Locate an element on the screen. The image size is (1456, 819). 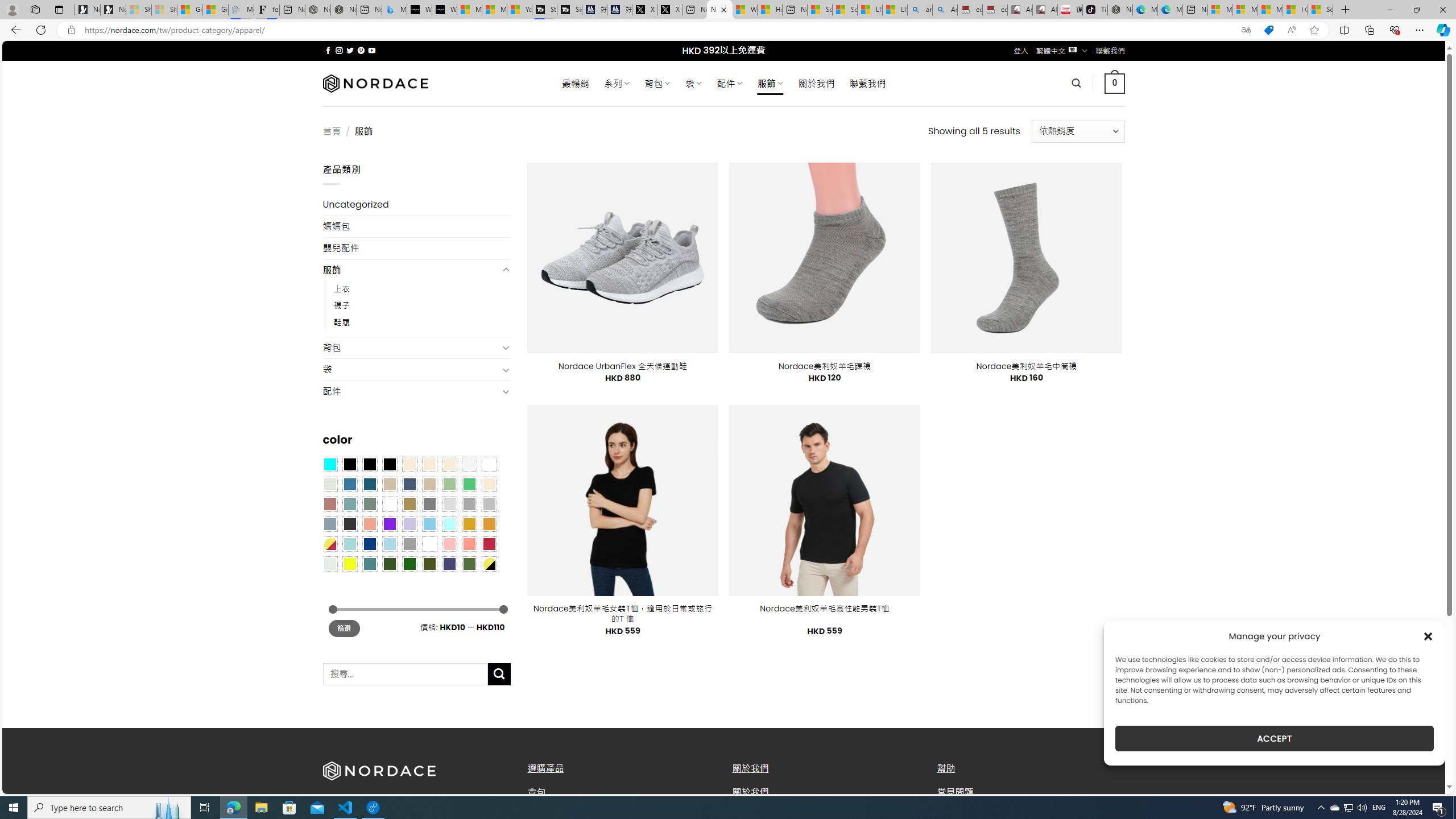
'Nordace - #1 Japanese Best-Seller - Siena Smart Backpack' is located at coordinates (343, 9).